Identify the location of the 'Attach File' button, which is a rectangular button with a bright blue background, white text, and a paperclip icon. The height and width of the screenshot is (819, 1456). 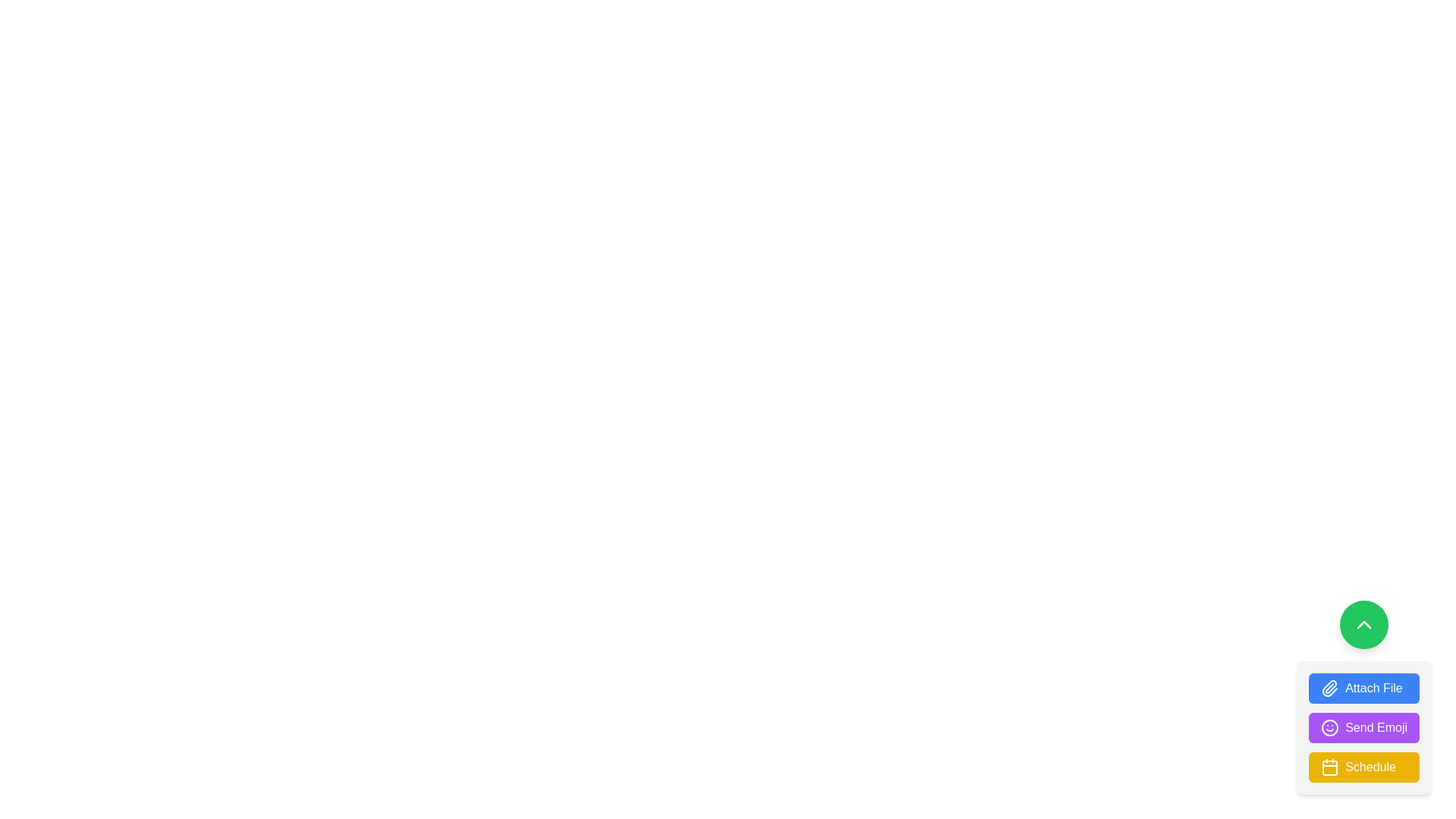
(1364, 688).